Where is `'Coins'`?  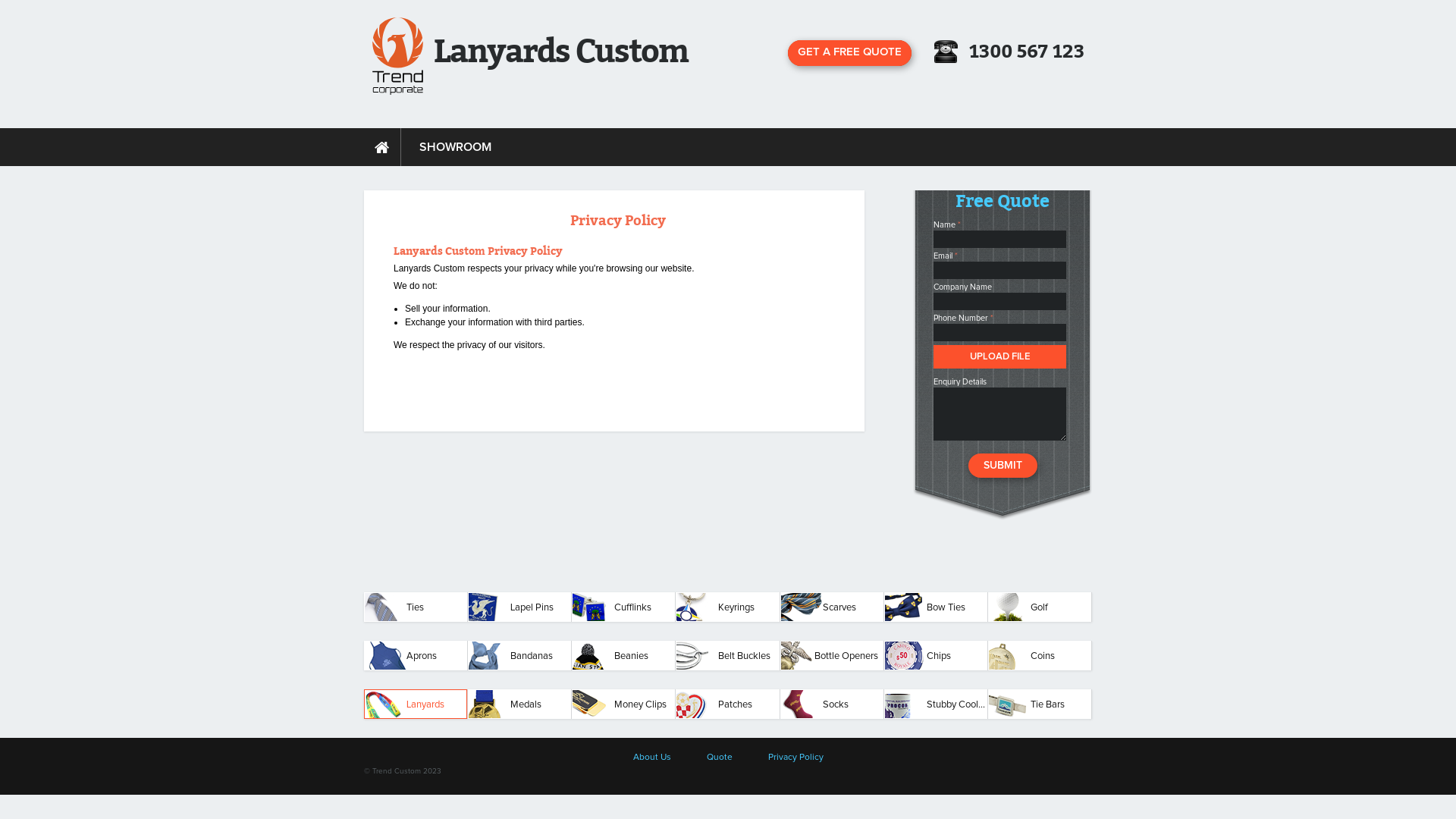
'Coins' is located at coordinates (1039, 654).